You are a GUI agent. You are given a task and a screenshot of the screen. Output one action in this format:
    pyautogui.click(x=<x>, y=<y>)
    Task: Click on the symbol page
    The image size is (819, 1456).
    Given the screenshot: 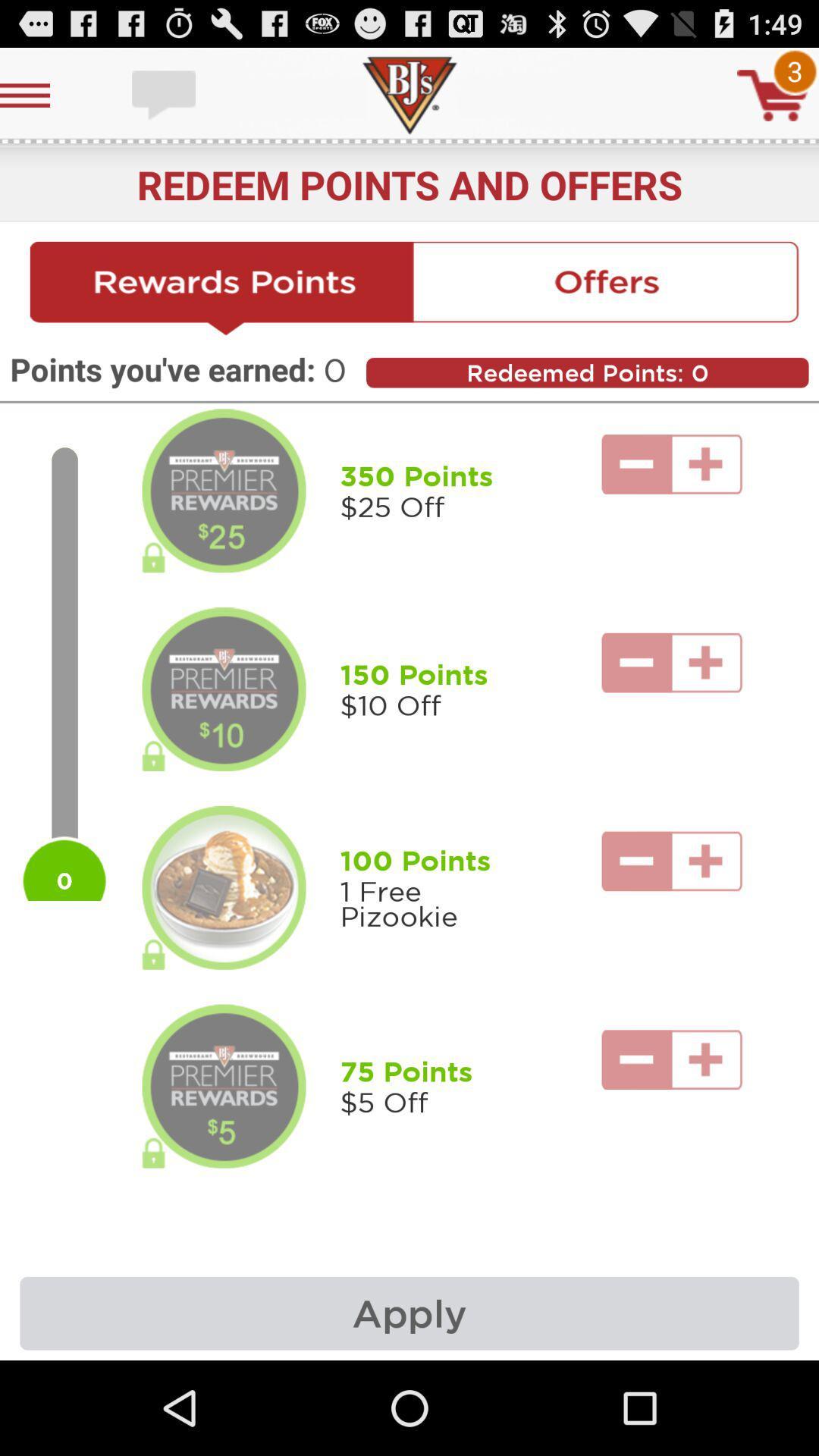 What is the action you would take?
    pyautogui.click(x=773, y=94)
    